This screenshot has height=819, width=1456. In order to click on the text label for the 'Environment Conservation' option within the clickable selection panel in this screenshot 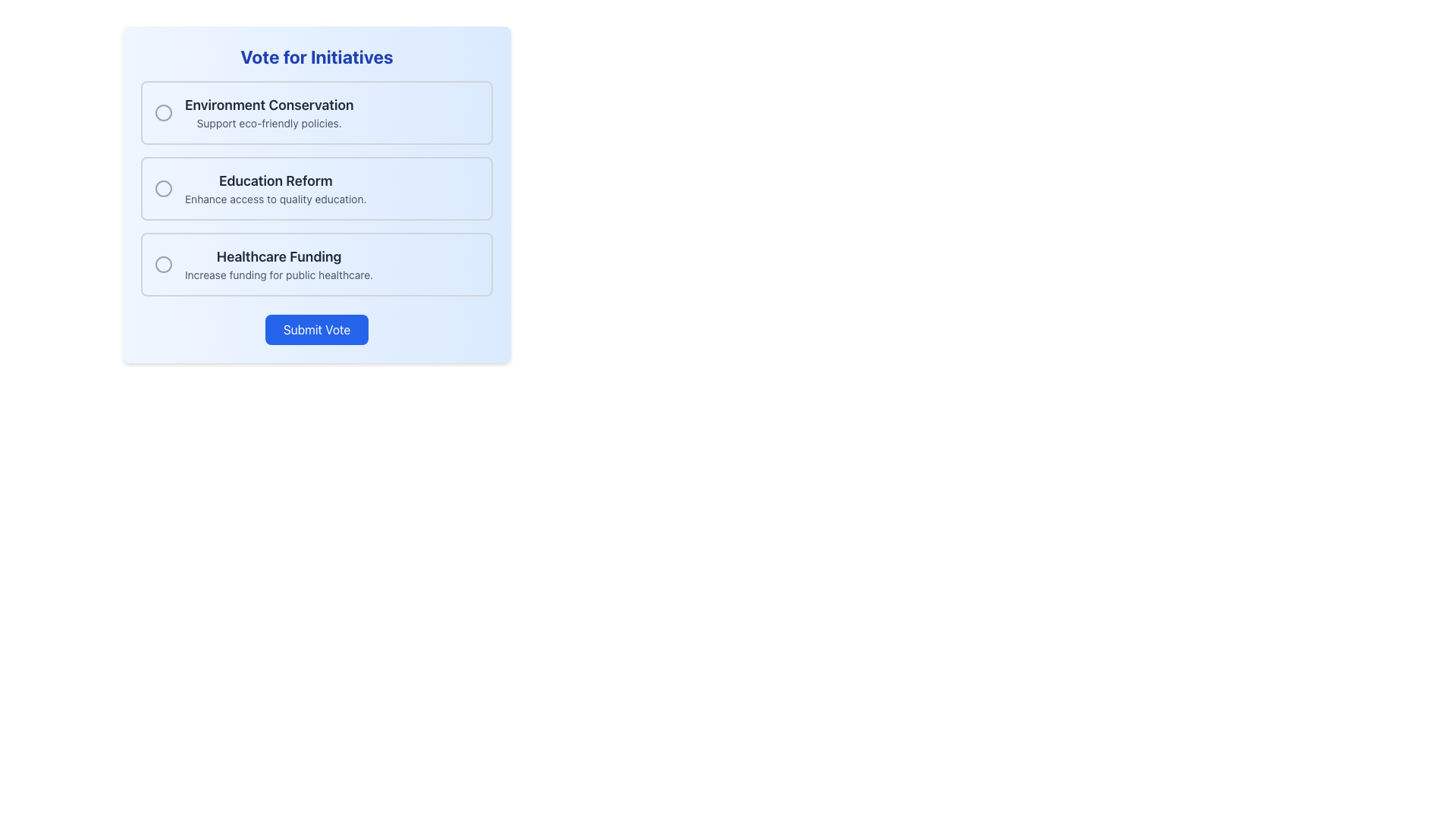, I will do `click(269, 112)`.